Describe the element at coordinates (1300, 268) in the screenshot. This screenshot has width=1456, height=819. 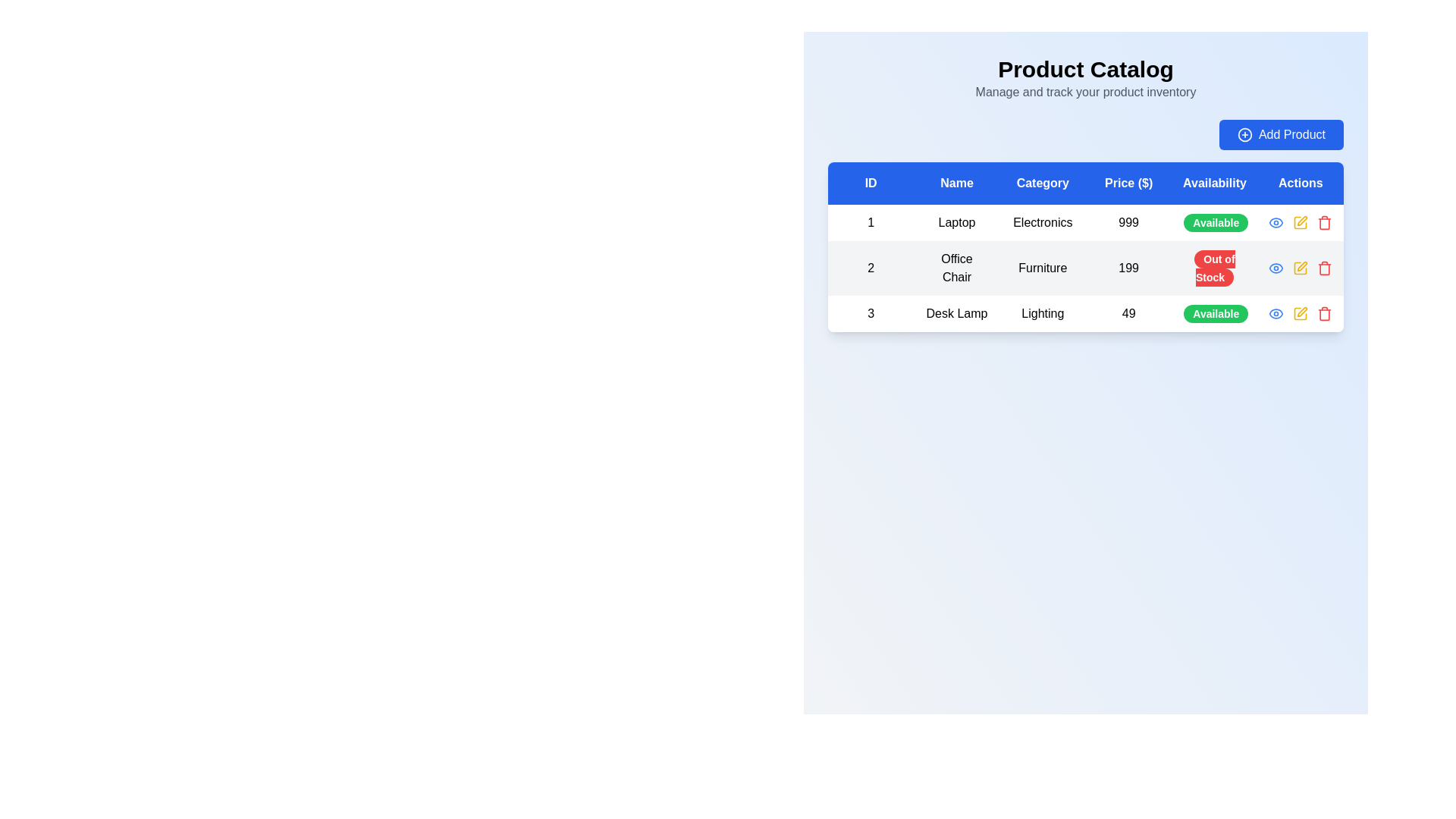
I see `the pencil icon representing the 'Edit' function in the Actions column of the second row for the 'Office Chair' entry` at that location.